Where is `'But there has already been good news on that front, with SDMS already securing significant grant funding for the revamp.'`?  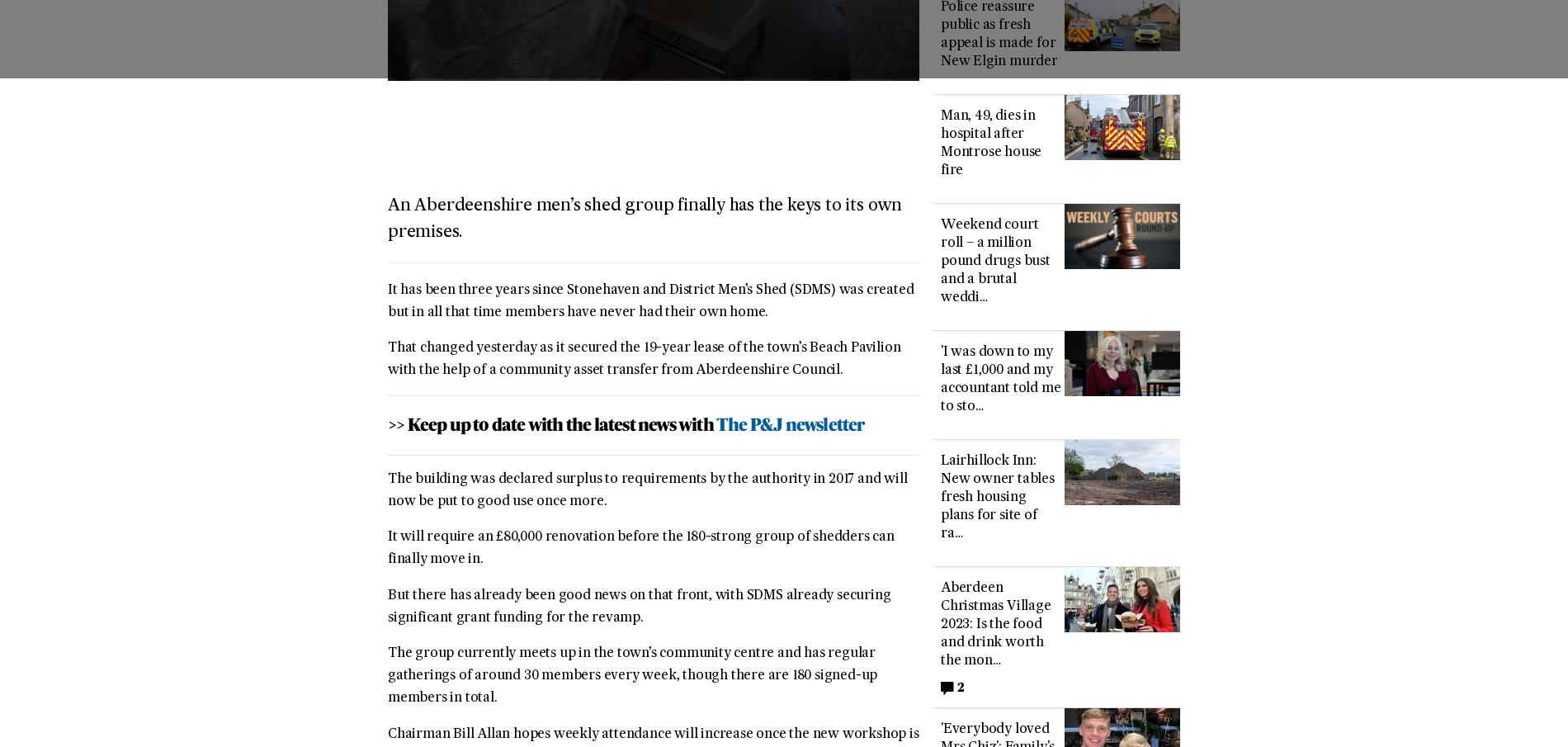
'But there has already been good news on that front, with SDMS already securing significant grant funding for the revamp.' is located at coordinates (638, 605).